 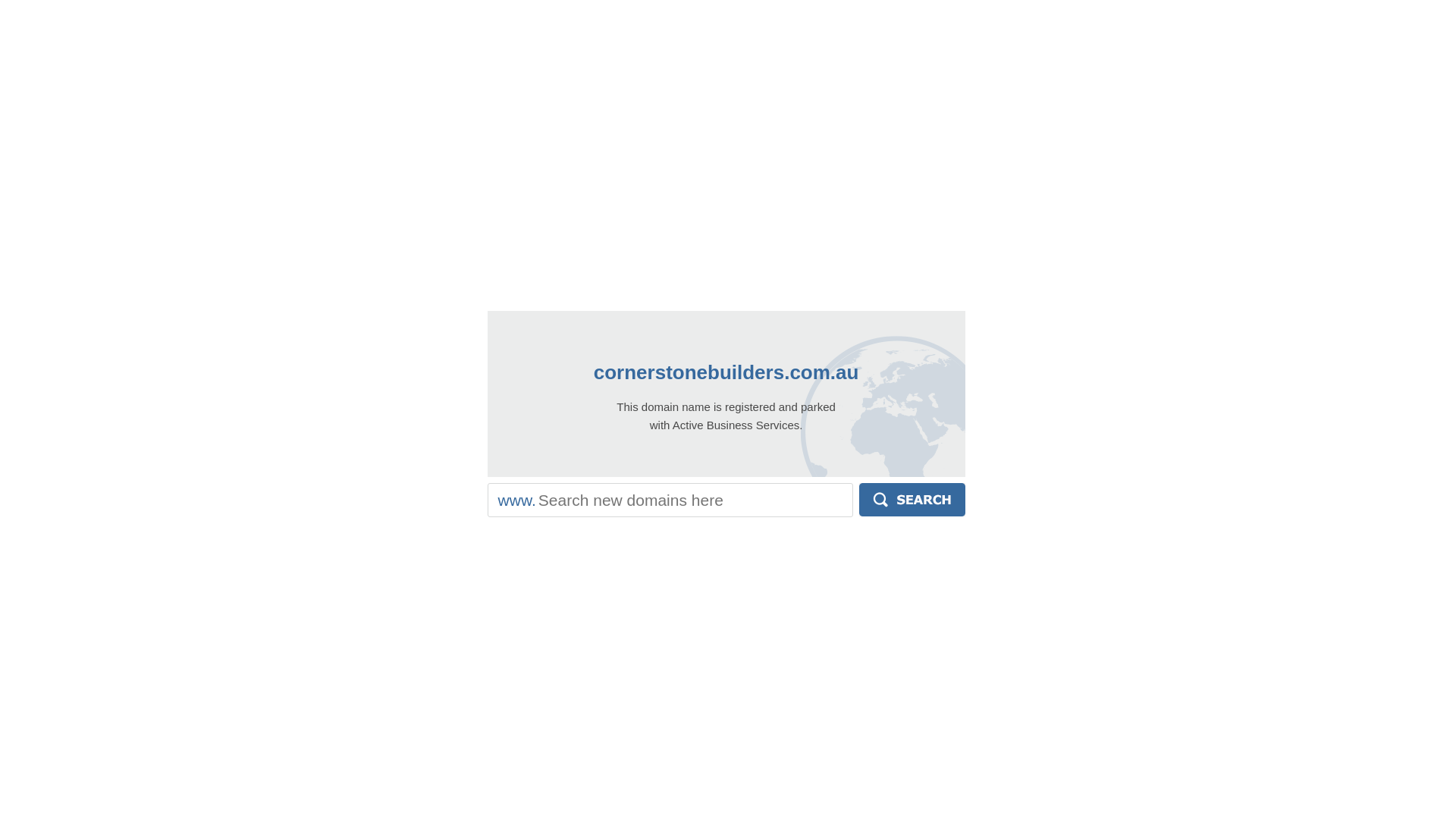 What do you see at coordinates (912, 500) in the screenshot?
I see `'Search'` at bounding box center [912, 500].